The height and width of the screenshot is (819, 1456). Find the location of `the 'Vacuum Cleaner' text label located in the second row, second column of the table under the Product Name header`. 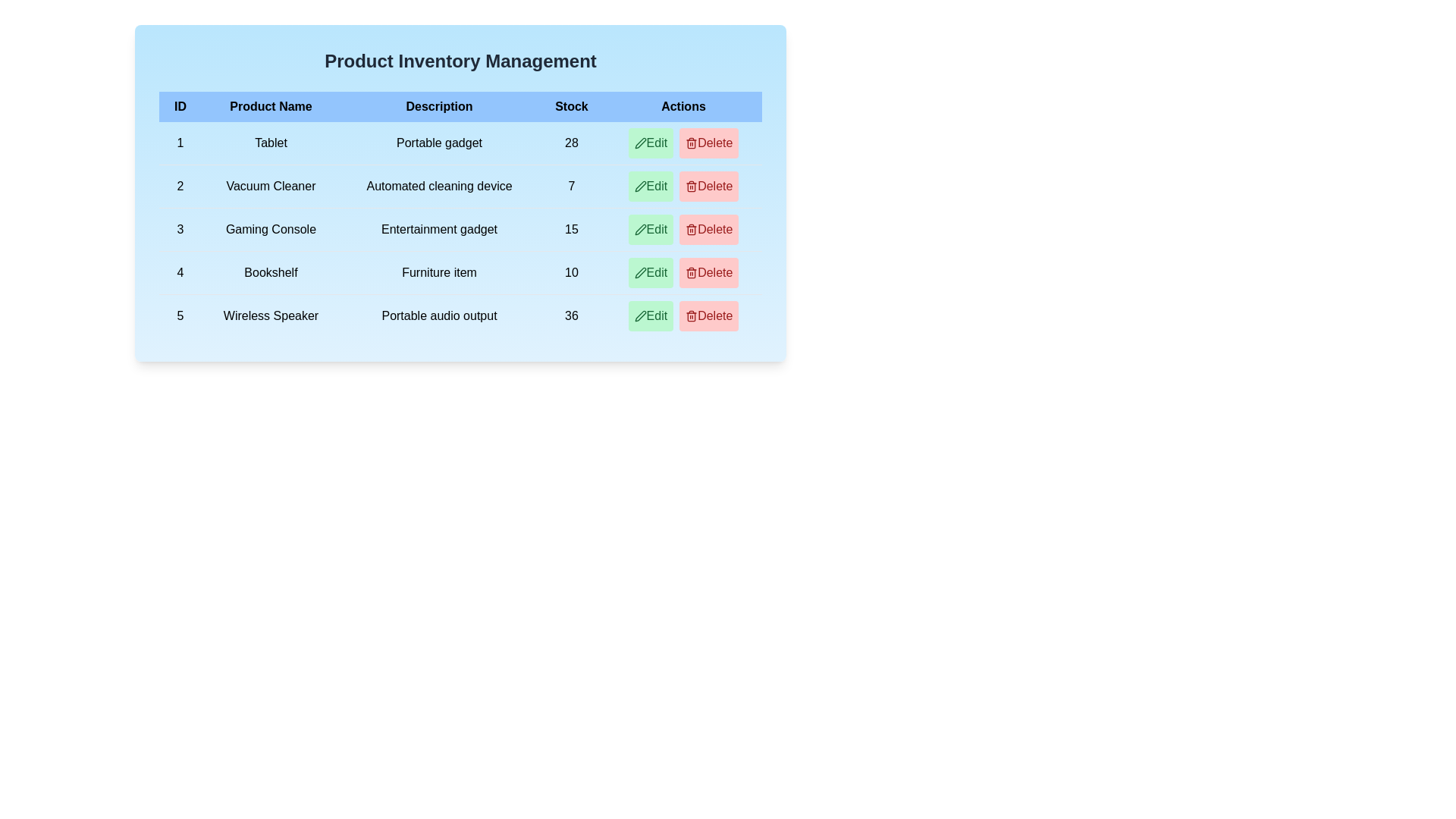

the 'Vacuum Cleaner' text label located in the second row, second column of the table under the Product Name header is located at coordinates (271, 186).